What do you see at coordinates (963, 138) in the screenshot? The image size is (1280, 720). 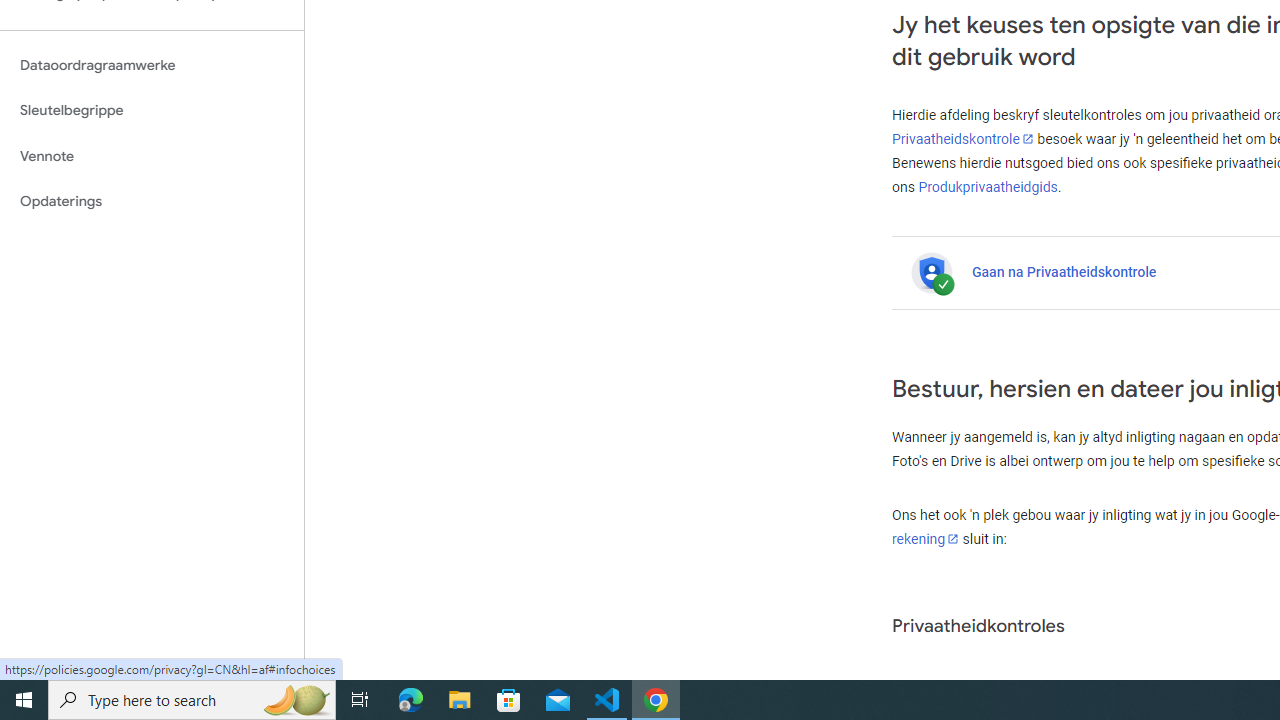 I see `'Privaatheidskontrole'` at bounding box center [963, 138].